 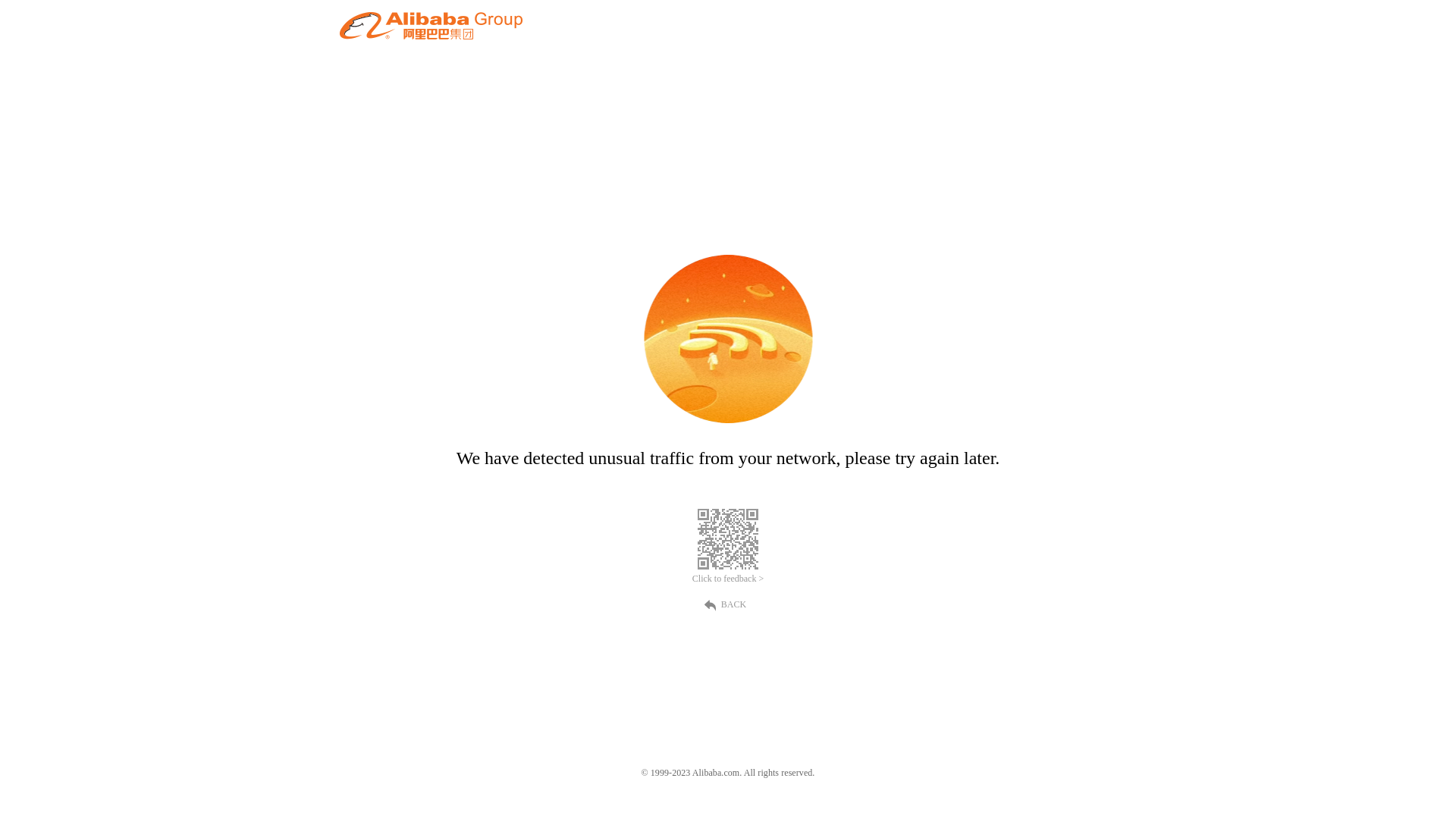 I want to click on 'BACK', so click(x=728, y=602).